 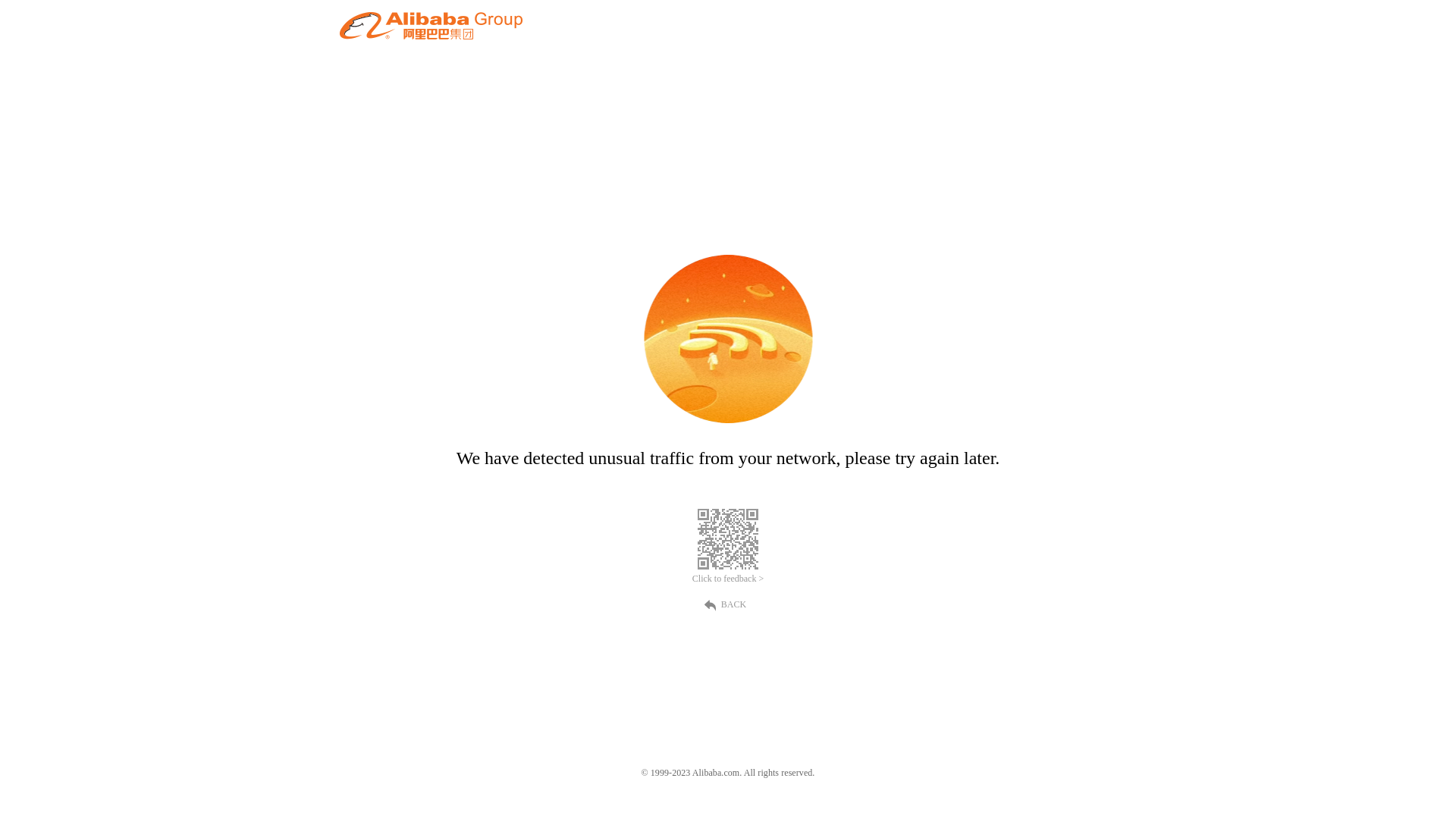 I want to click on 'BACK', so click(x=728, y=602).